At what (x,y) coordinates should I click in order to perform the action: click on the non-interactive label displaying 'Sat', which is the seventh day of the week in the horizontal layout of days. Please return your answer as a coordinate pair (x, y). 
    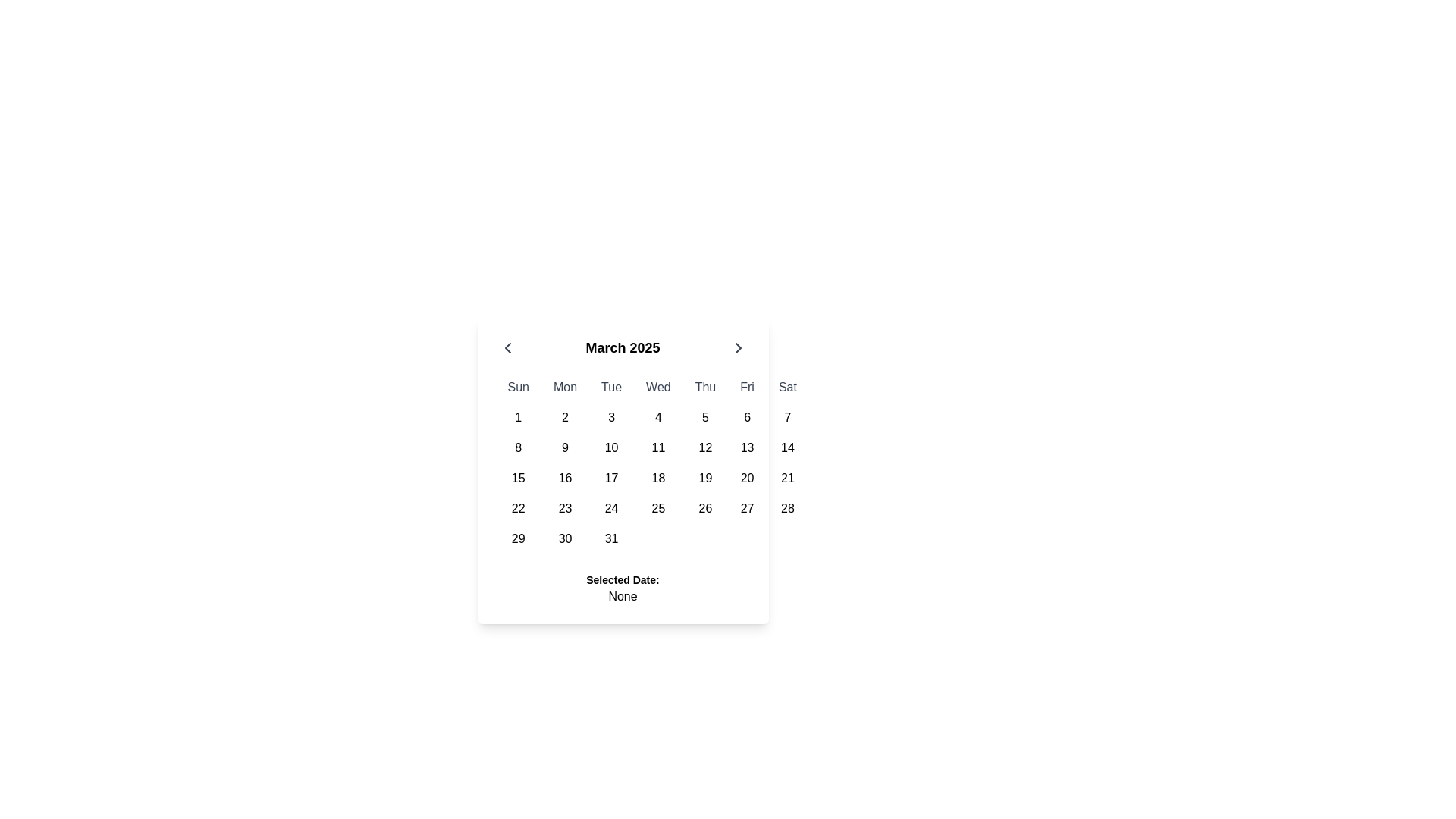
    Looking at the image, I should click on (787, 386).